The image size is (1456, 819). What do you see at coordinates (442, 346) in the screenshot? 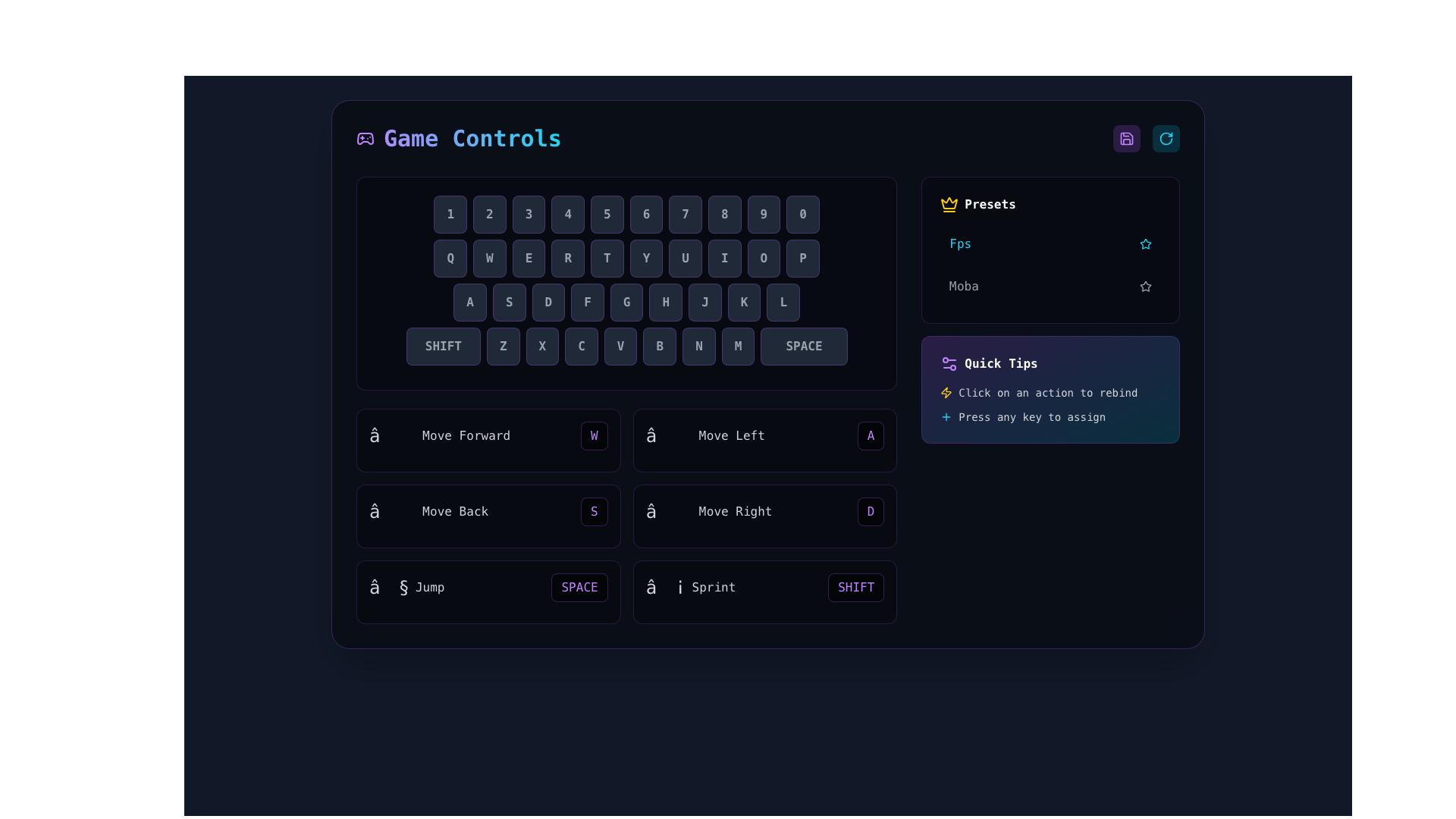
I see `the Shift key button on the virtual keyboard located at the leftmost position of the bottom row, which is used for enabling upper-case letters or alternative characters` at bounding box center [442, 346].